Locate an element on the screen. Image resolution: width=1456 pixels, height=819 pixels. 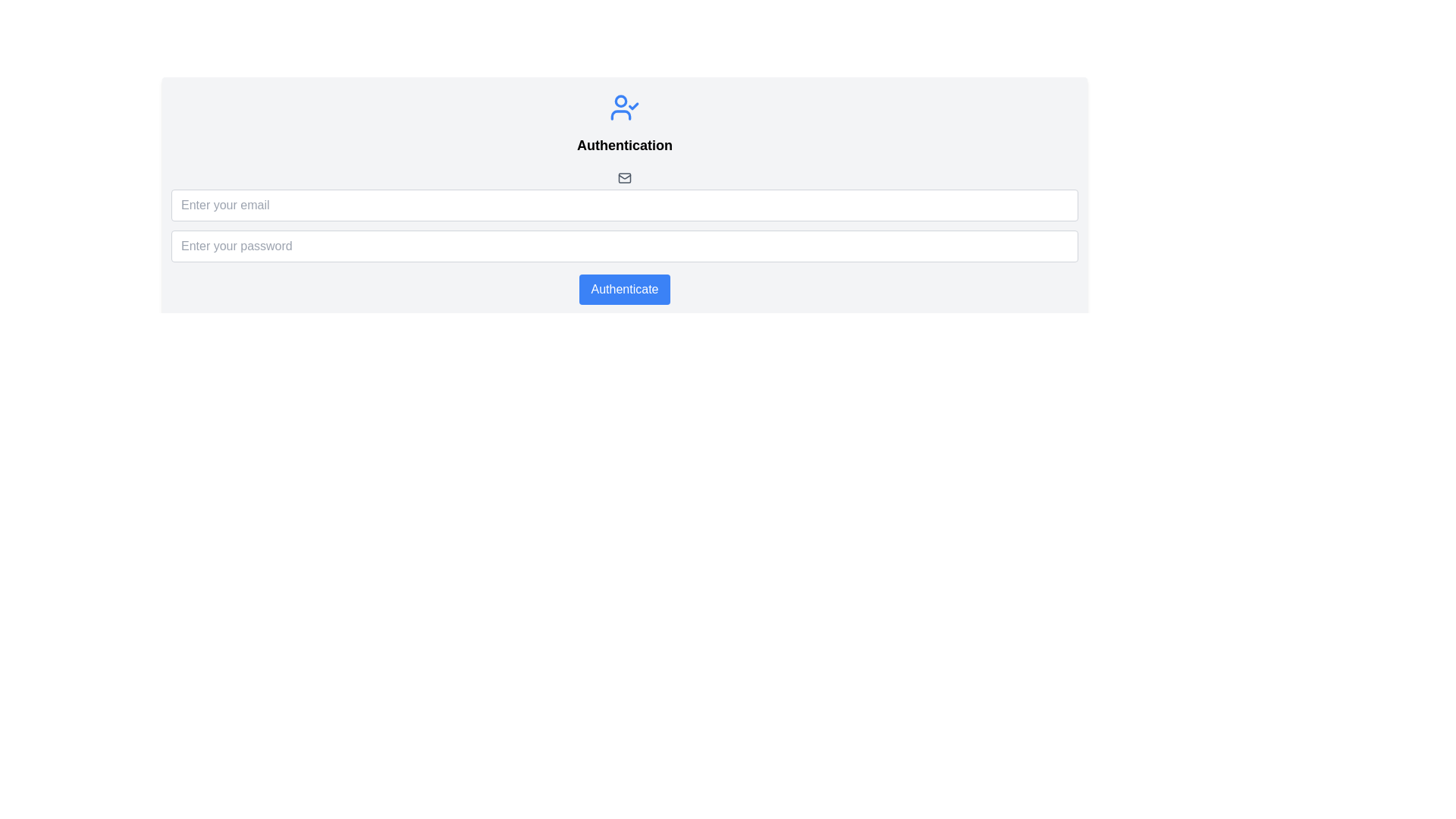
to focus the password input field located centrally below the 'Enter your email' field is located at coordinates (625, 245).